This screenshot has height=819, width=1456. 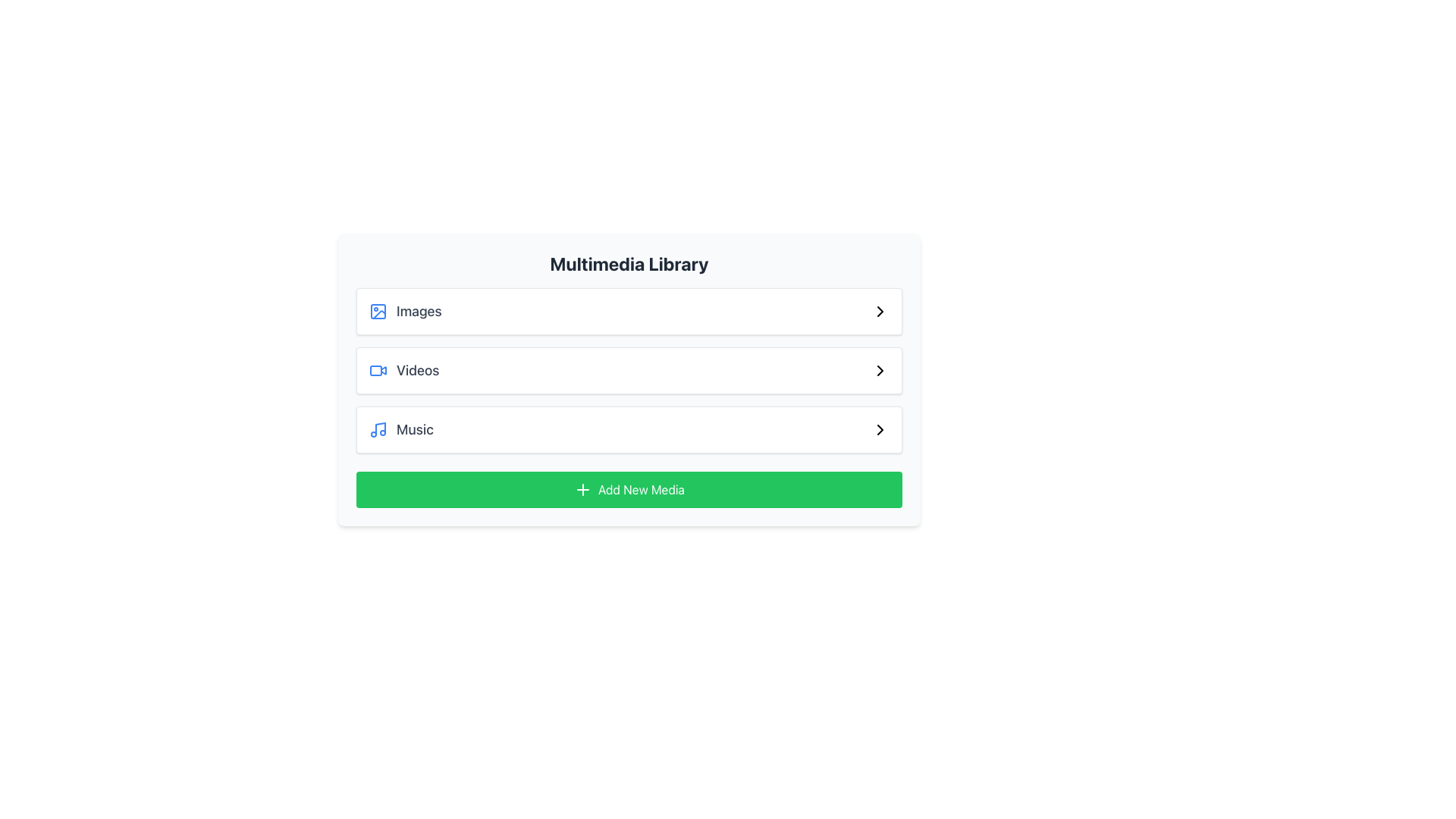 What do you see at coordinates (418, 371) in the screenshot?
I see `the 'Videos' category label, which is the second item in the vertical list of categories and serves as a title indicator` at bounding box center [418, 371].